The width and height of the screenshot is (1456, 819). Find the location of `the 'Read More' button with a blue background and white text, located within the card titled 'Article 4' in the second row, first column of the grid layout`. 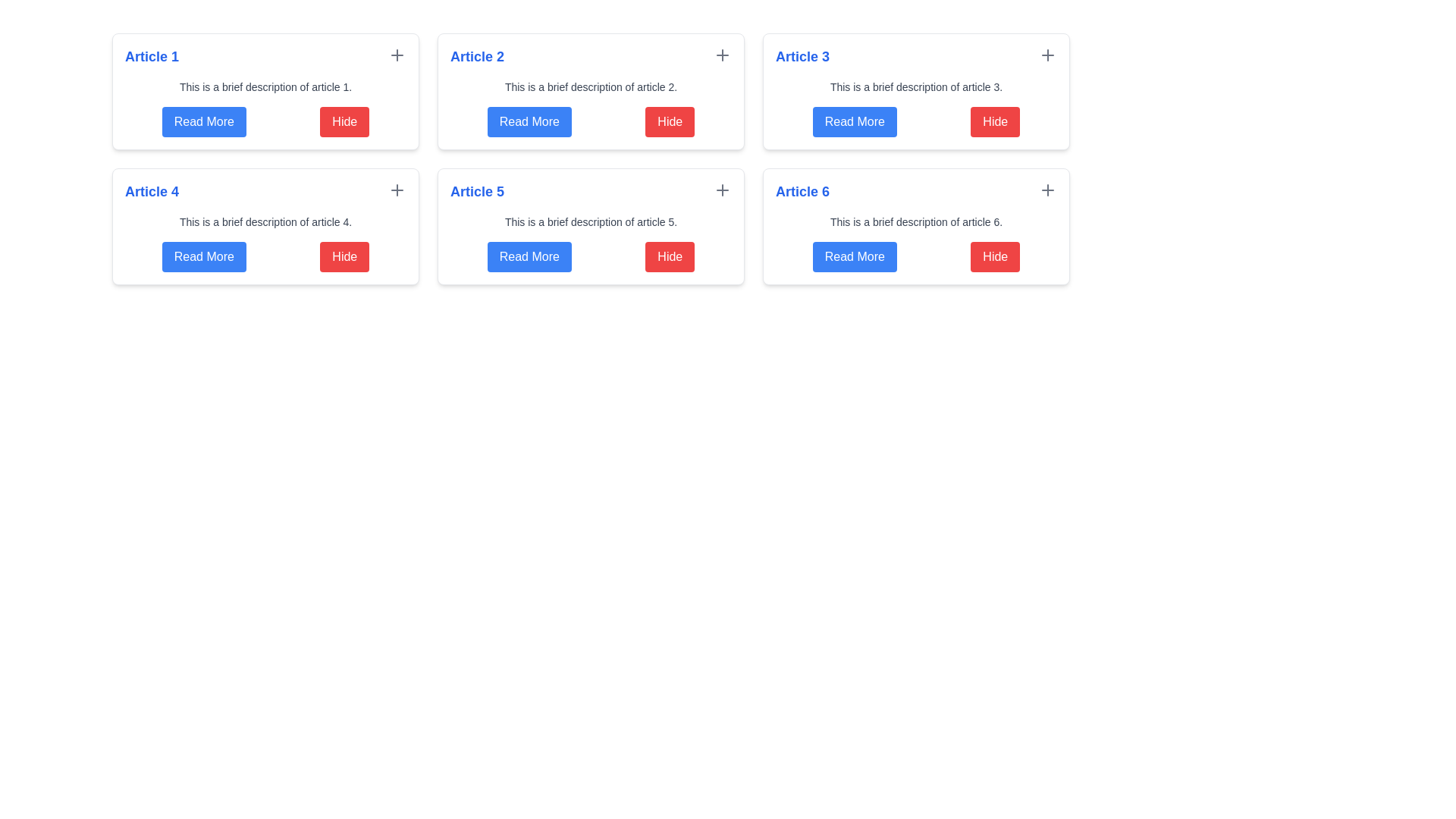

the 'Read More' button with a blue background and white text, located within the card titled 'Article 4' in the second row, first column of the grid layout is located at coordinates (203, 256).